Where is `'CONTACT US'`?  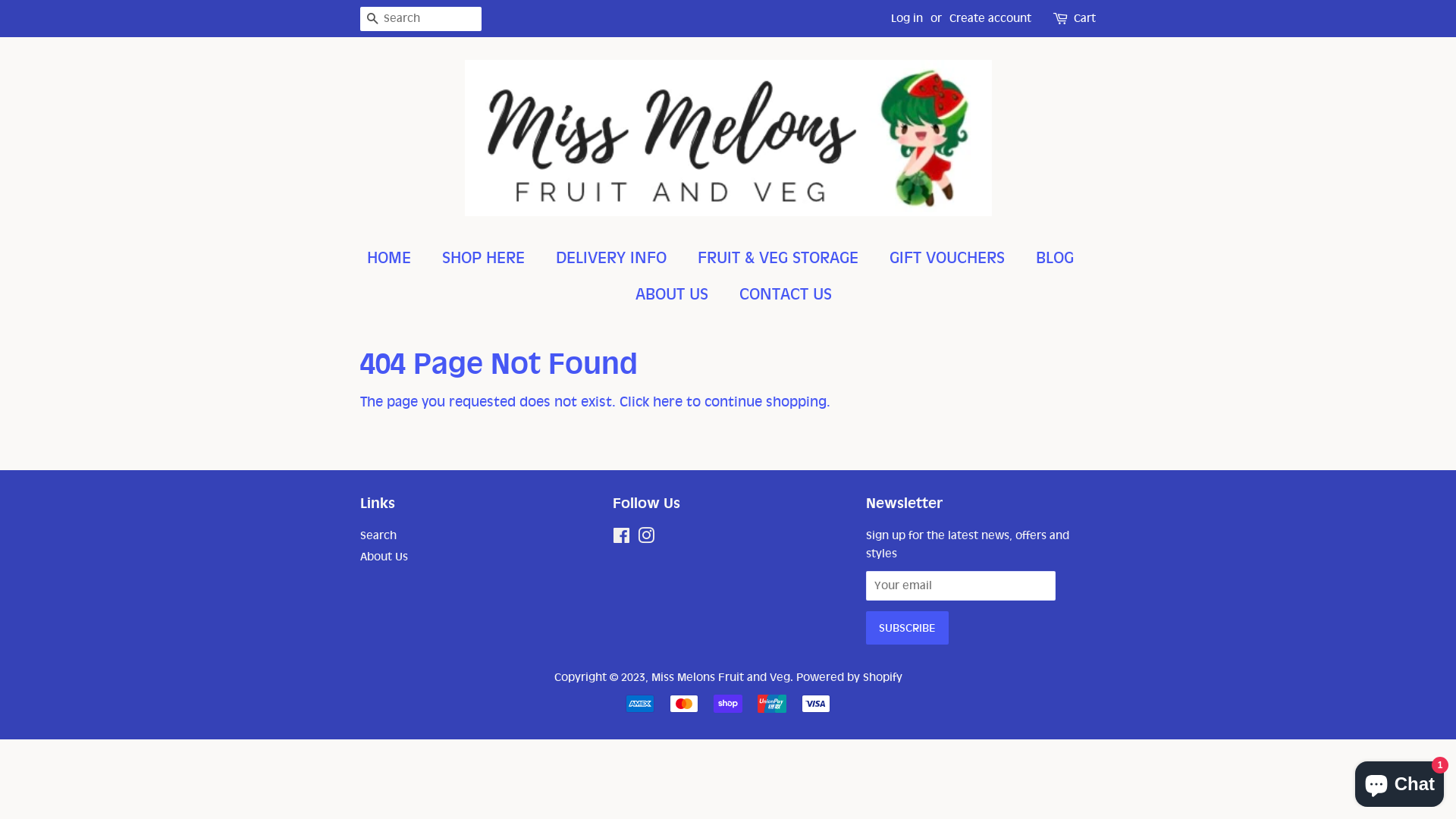
'CONTACT US' is located at coordinates (728, 294).